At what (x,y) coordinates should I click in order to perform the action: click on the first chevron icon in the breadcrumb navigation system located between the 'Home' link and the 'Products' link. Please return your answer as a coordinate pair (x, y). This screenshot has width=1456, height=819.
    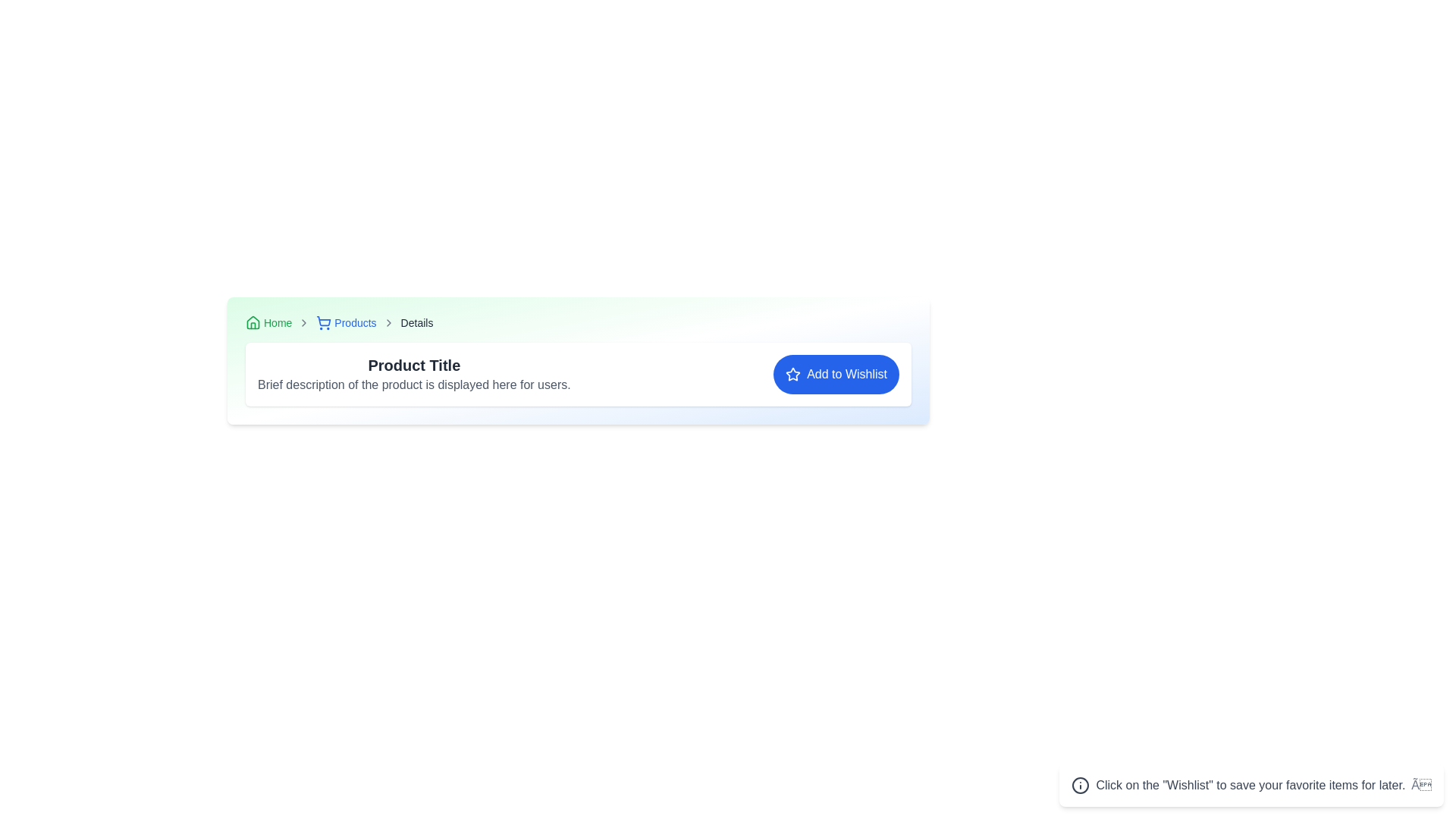
    Looking at the image, I should click on (303, 322).